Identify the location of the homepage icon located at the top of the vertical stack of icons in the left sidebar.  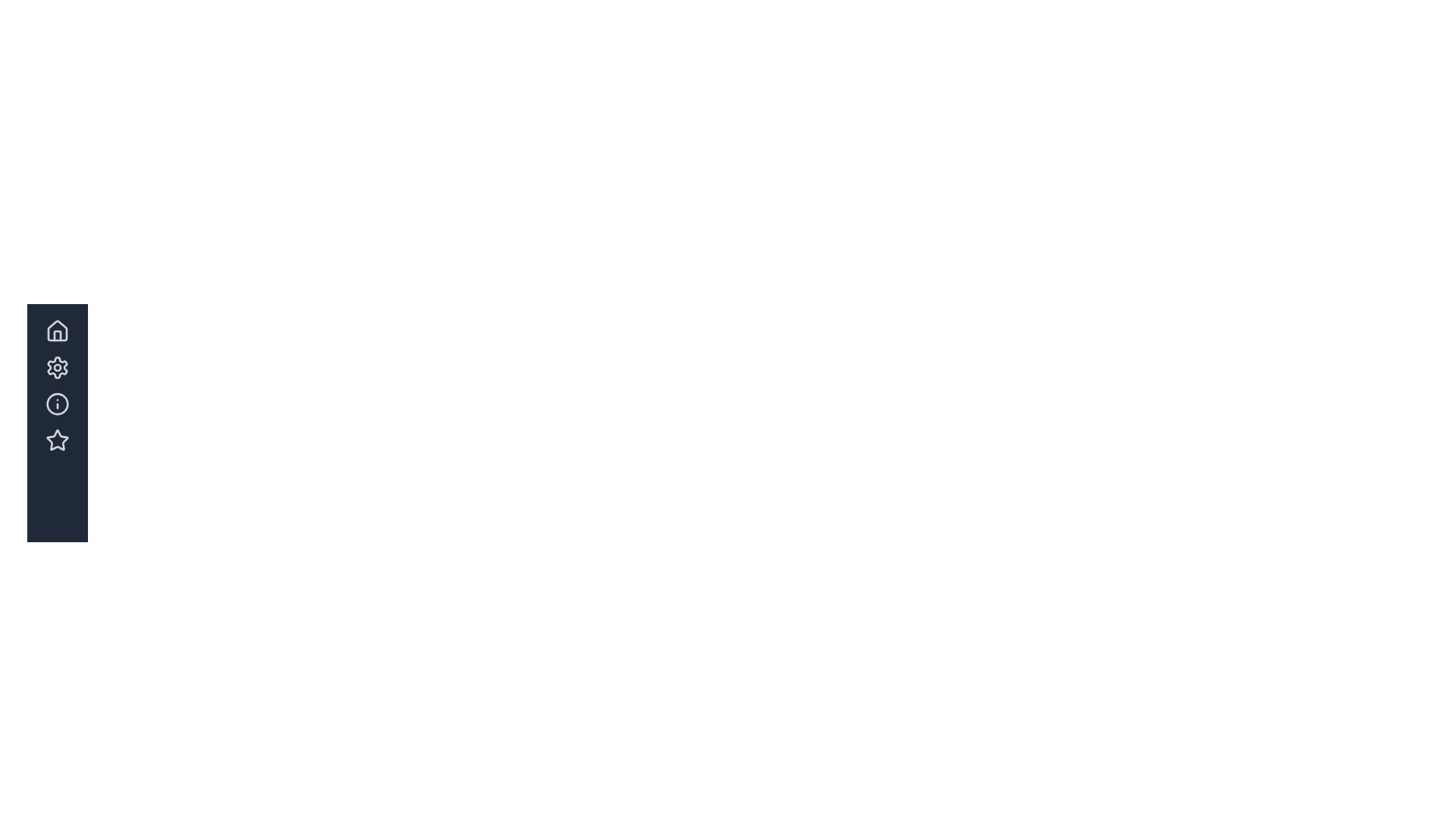
(58, 329).